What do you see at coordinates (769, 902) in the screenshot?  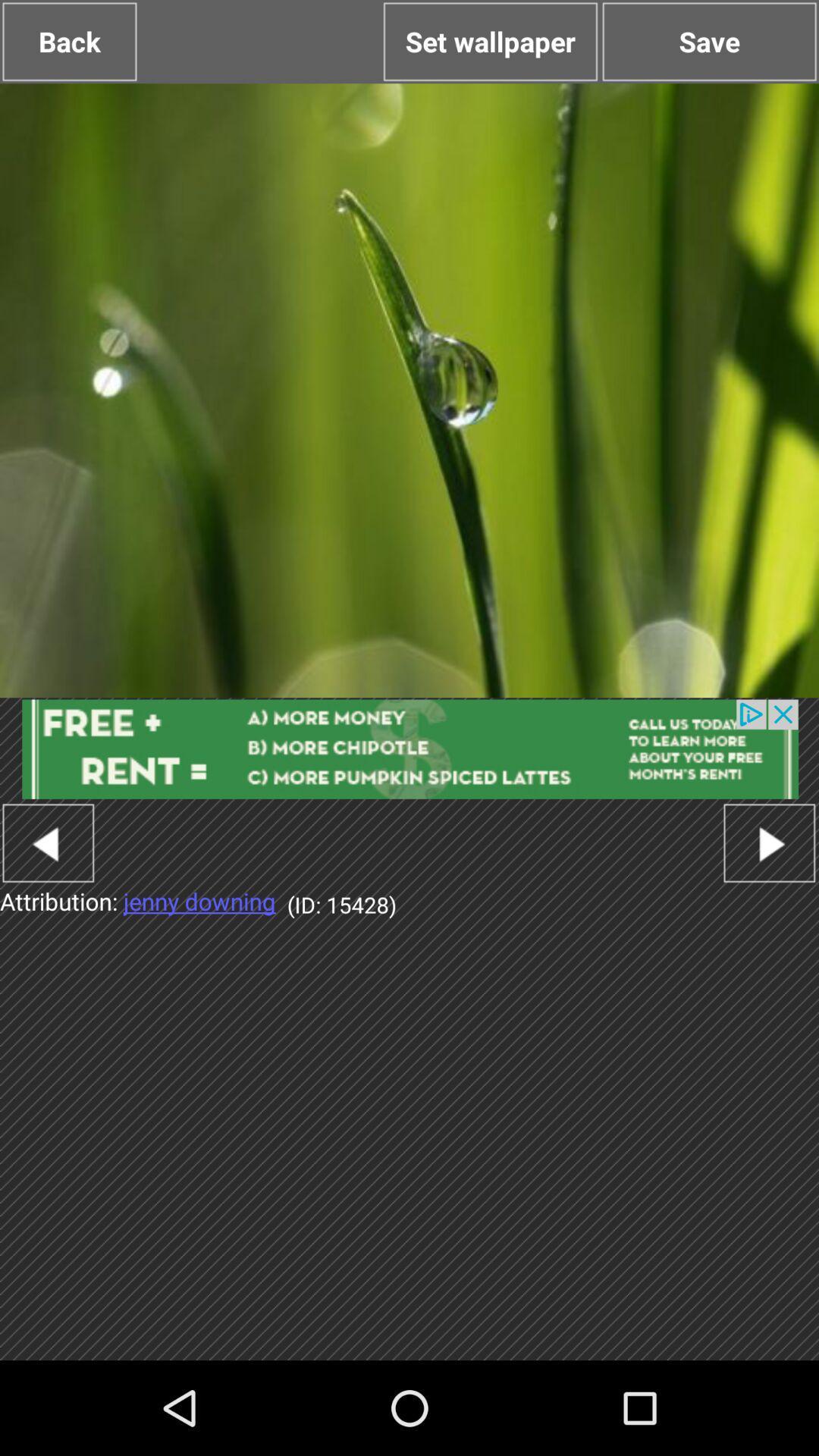 I see `the play icon` at bounding box center [769, 902].